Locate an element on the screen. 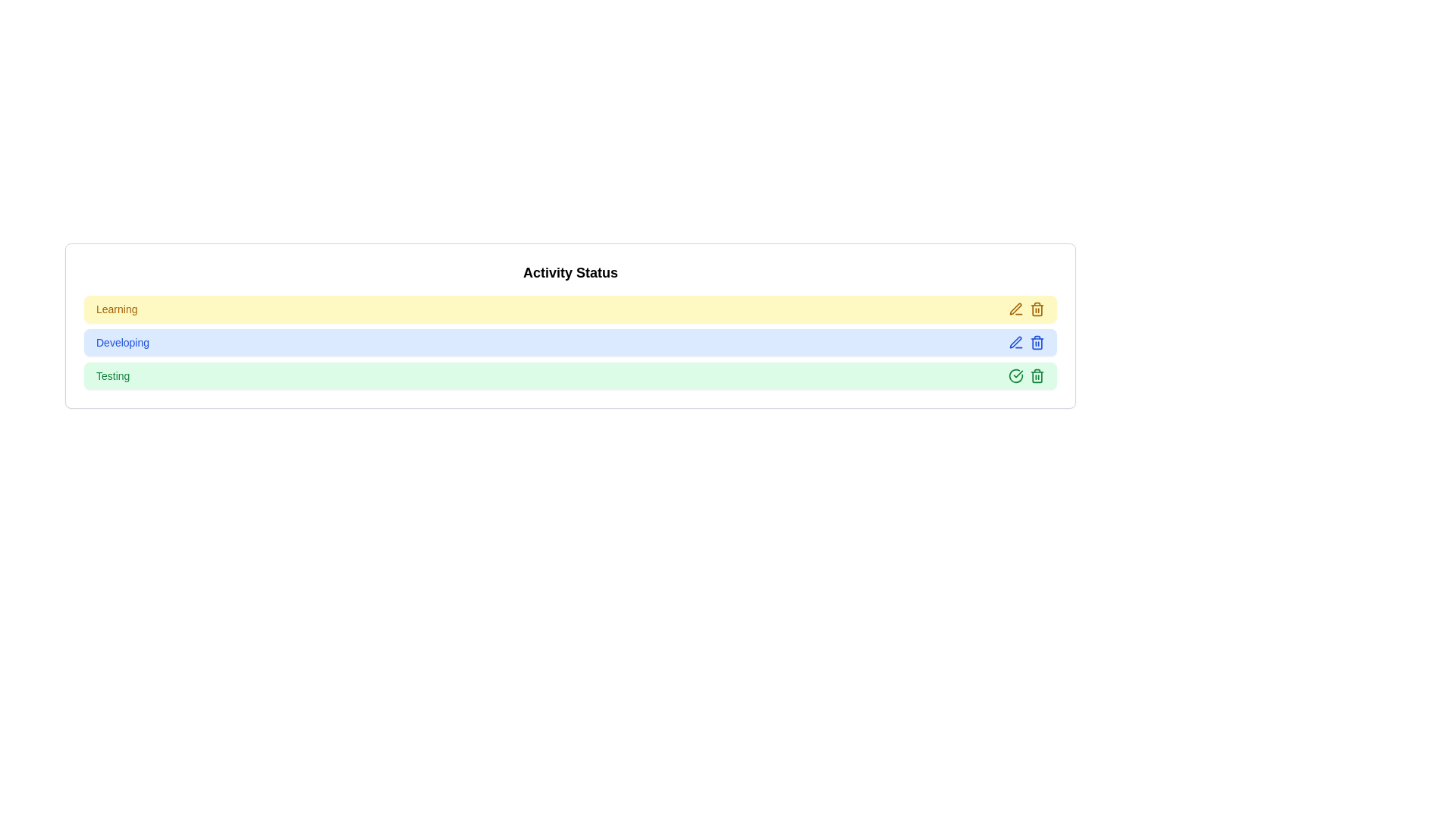 The image size is (1456, 819). edit icon for the item labeled 'Developing' is located at coordinates (1015, 342).